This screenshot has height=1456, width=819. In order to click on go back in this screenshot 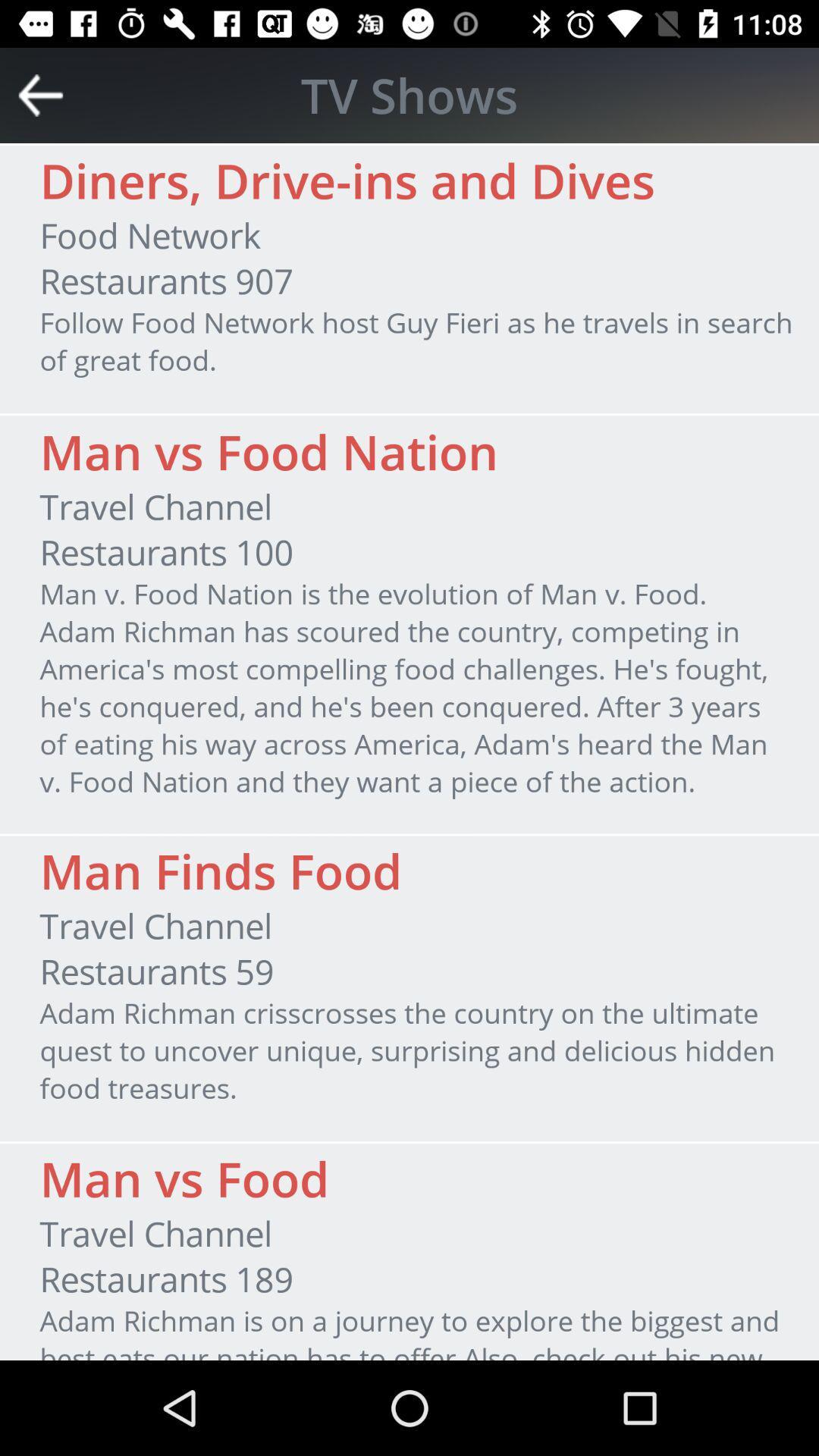, I will do `click(40, 94)`.